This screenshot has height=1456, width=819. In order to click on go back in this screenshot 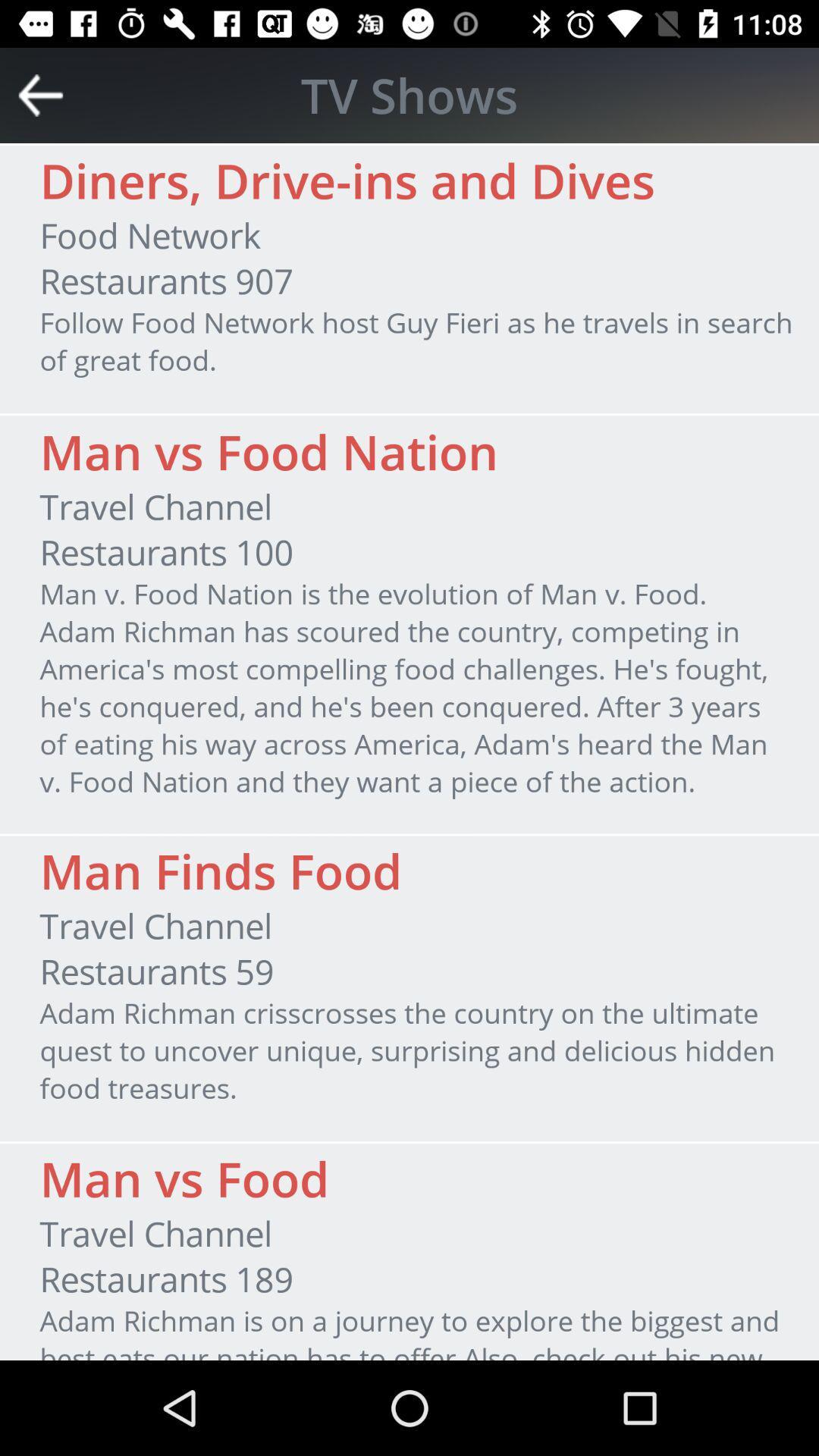, I will do `click(40, 94)`.